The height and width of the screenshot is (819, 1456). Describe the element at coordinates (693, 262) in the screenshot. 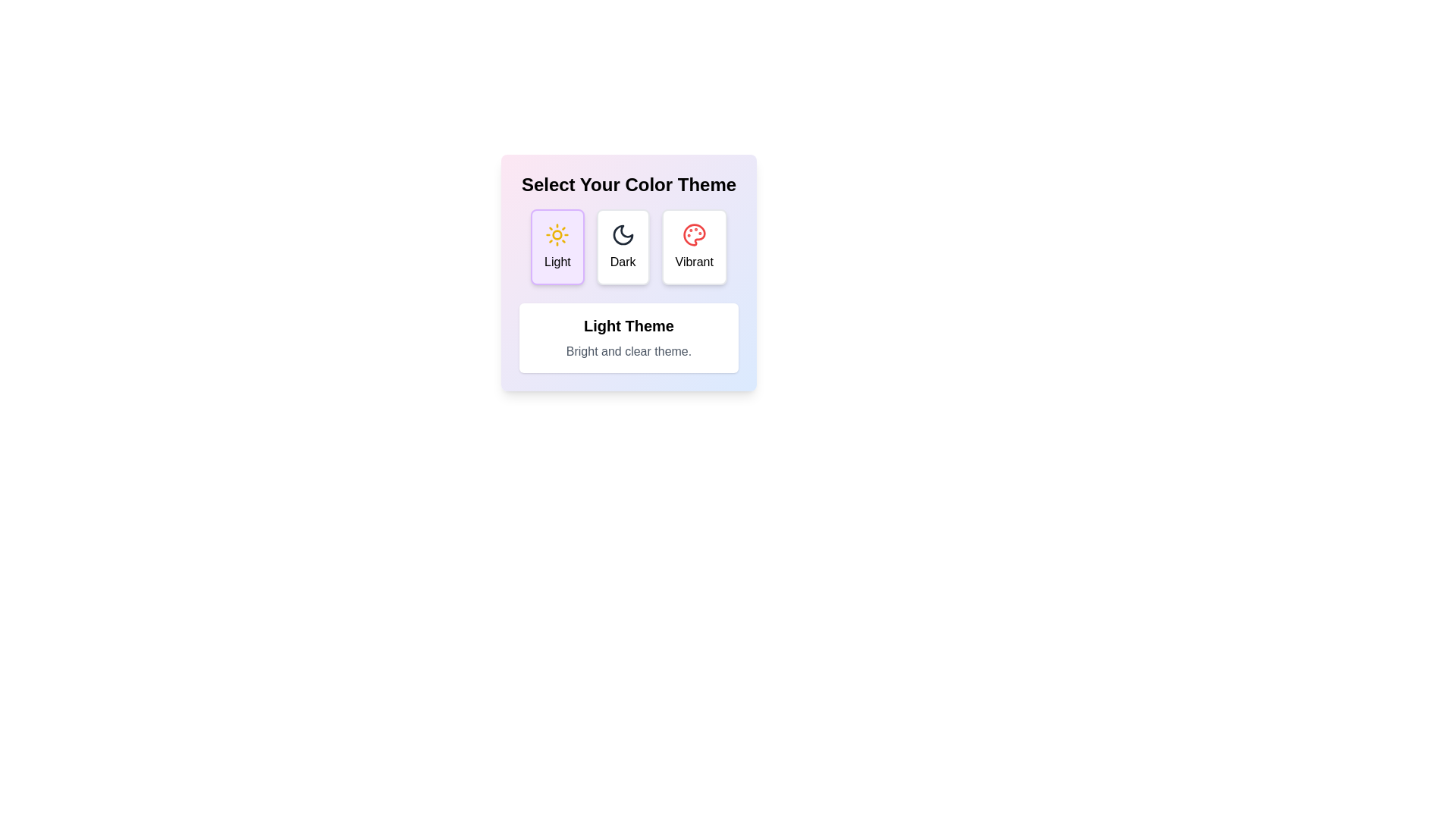

I see `text label indicating the 'Vibrant' color theme, located at the center bottom of the corresponding card` at that location.